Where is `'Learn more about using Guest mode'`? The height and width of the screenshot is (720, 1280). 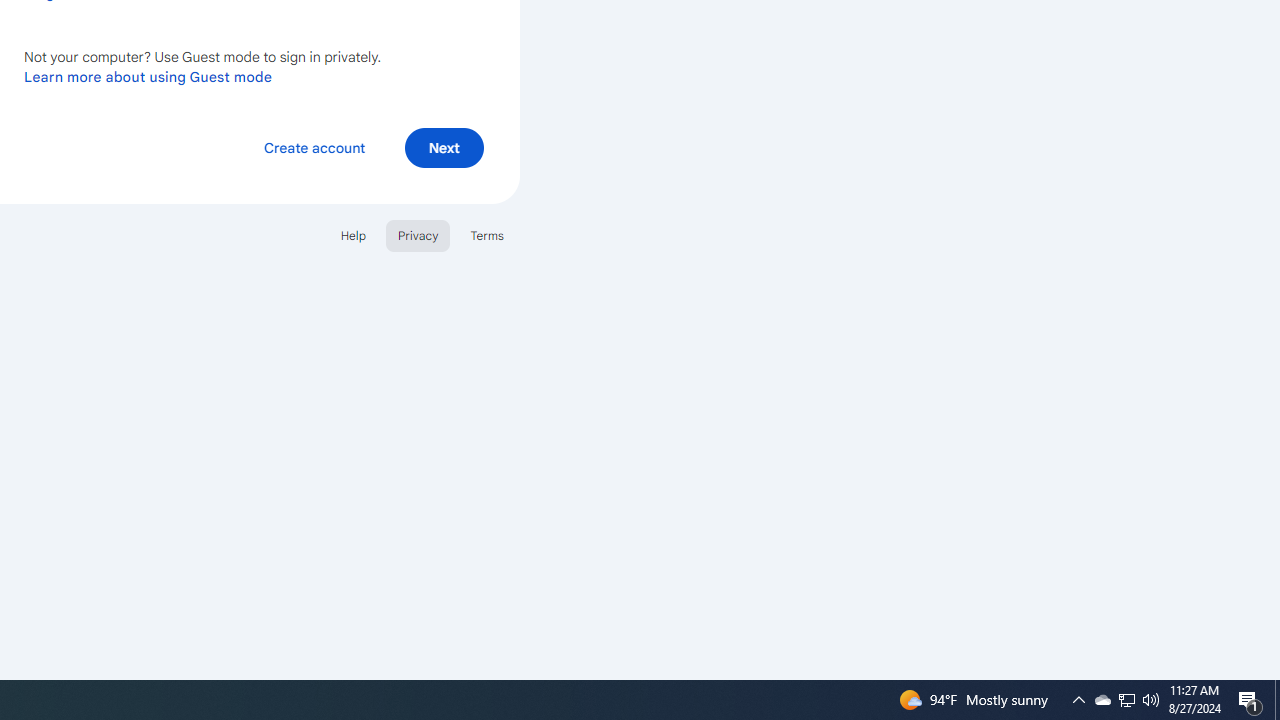 'Learn more about using Guest mode' is located at coordinates (147, 75).